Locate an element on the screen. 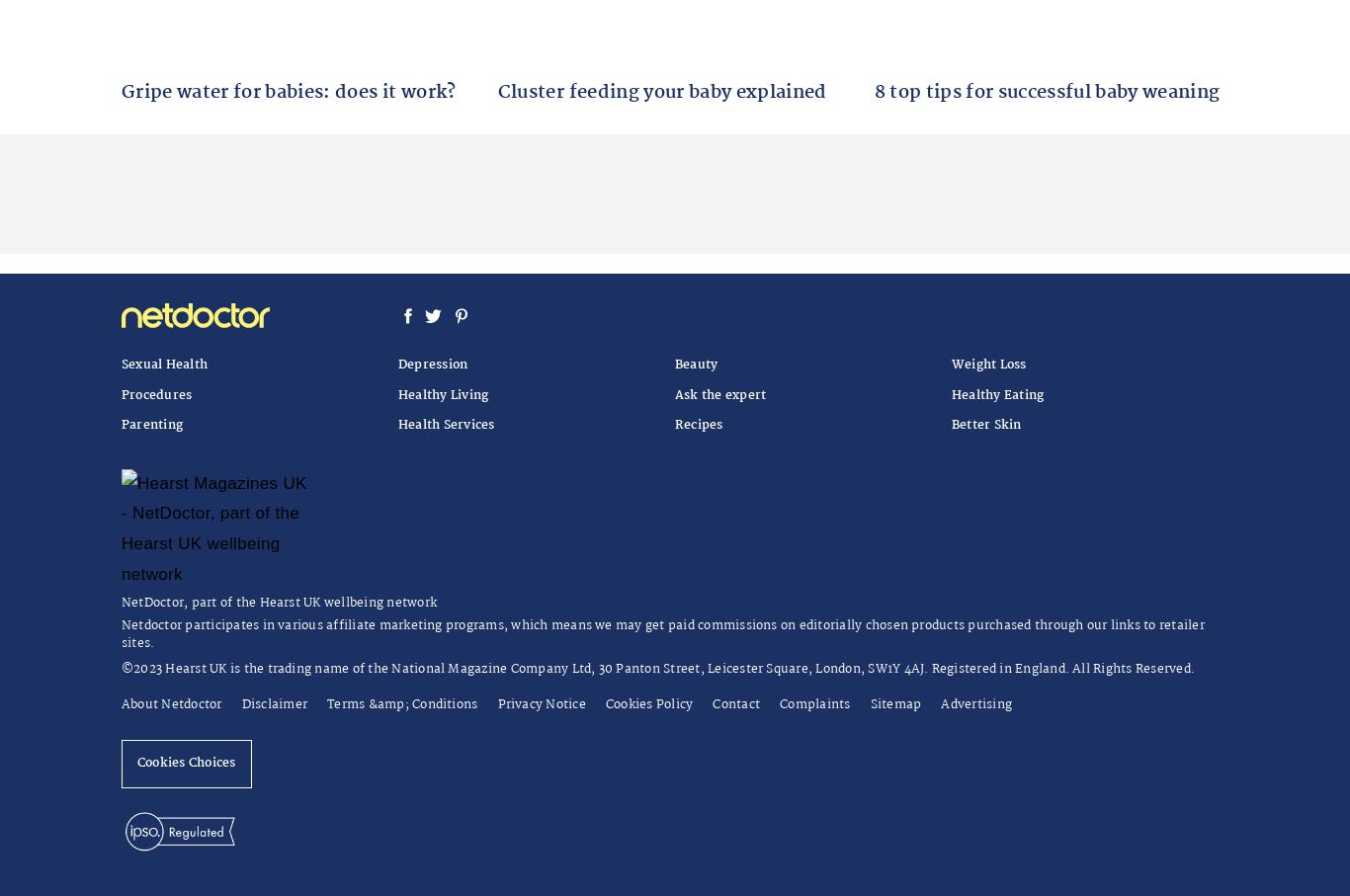  'Ask the expert' is located at coordinates (720, 394).